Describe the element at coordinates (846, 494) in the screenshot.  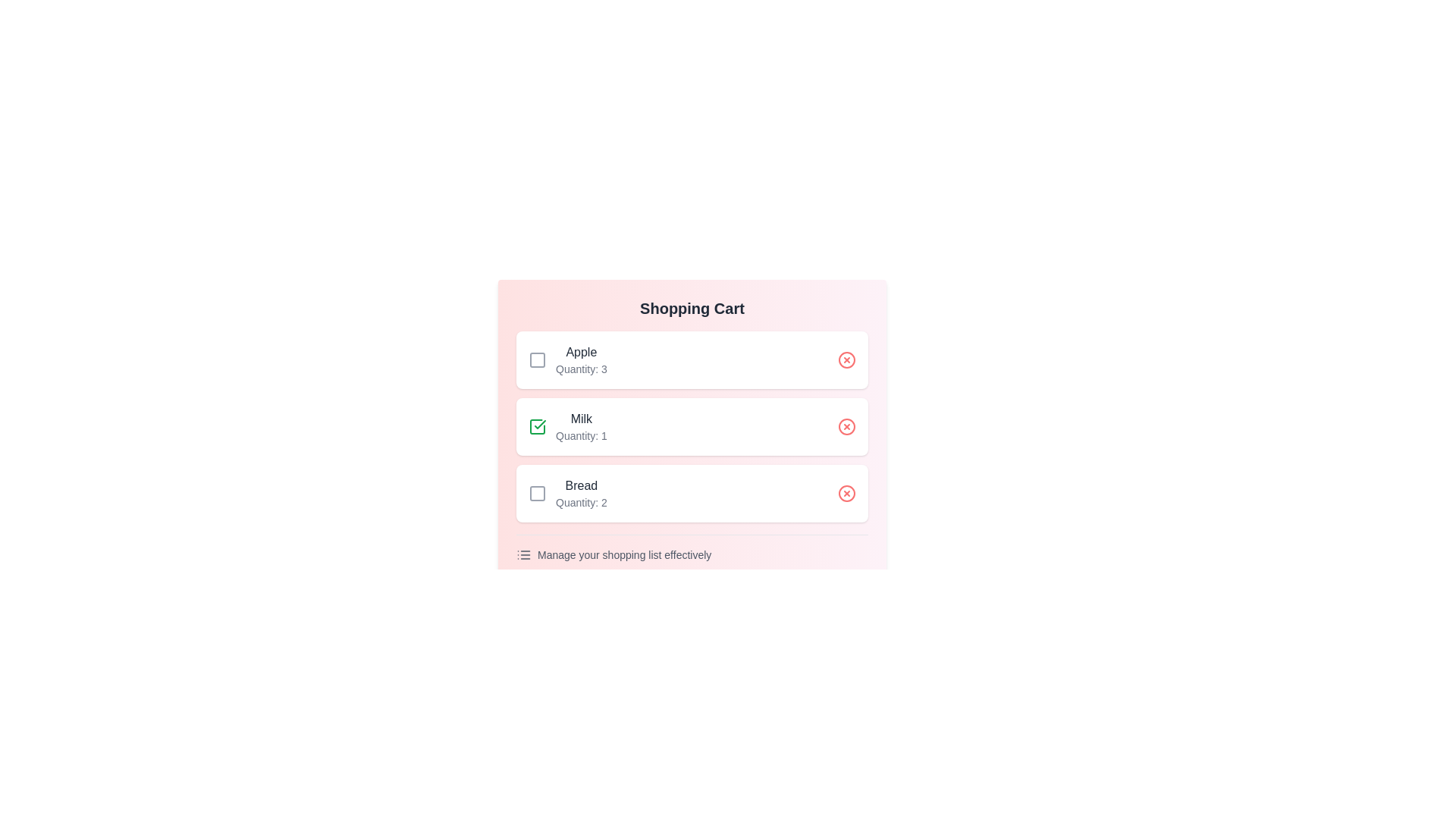
I see `delete button for the item Bread in the shopping cart` at that location.